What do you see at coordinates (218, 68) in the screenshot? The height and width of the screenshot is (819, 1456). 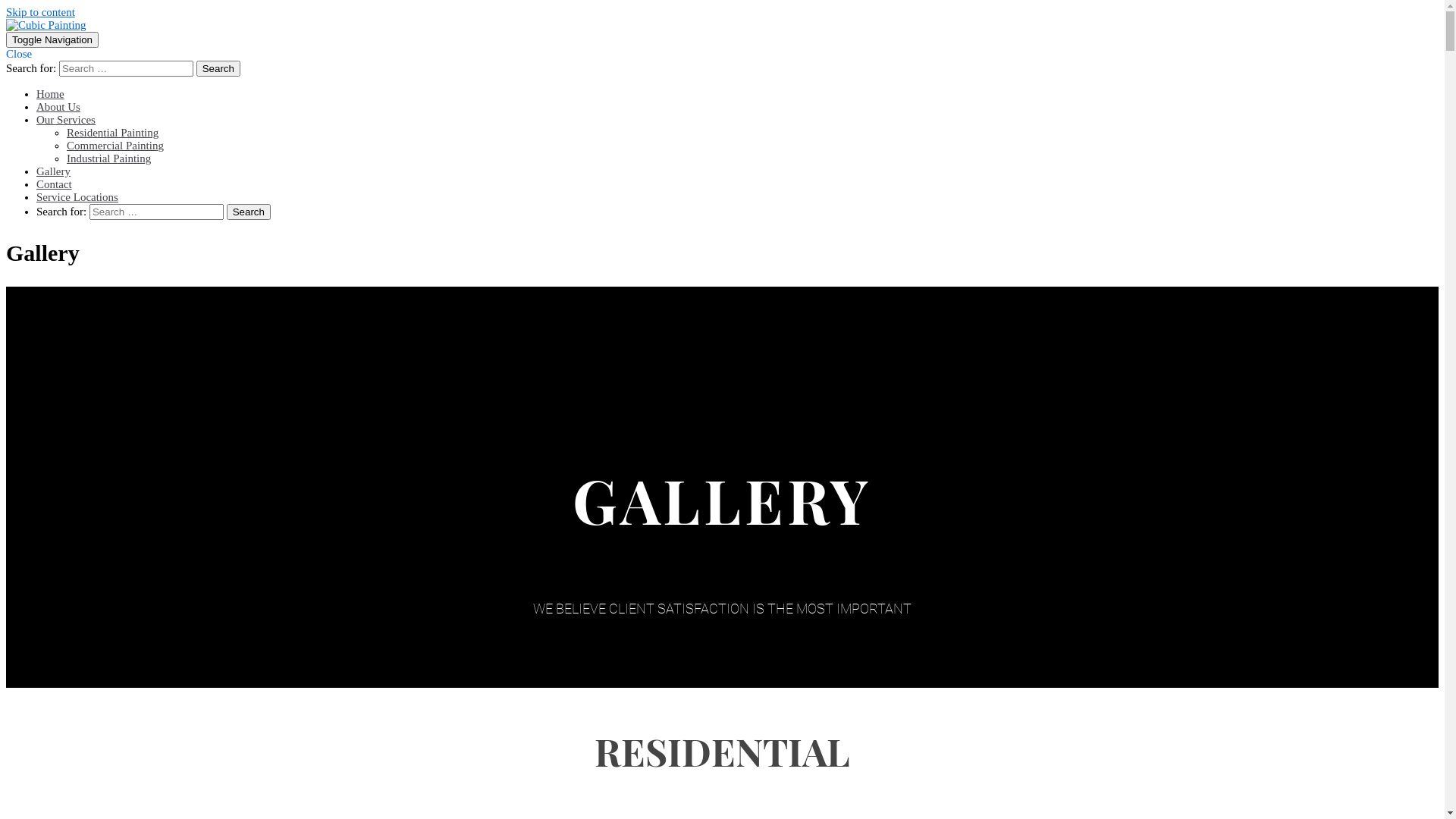 I see `'Search'` at bounding box center [218, 68].